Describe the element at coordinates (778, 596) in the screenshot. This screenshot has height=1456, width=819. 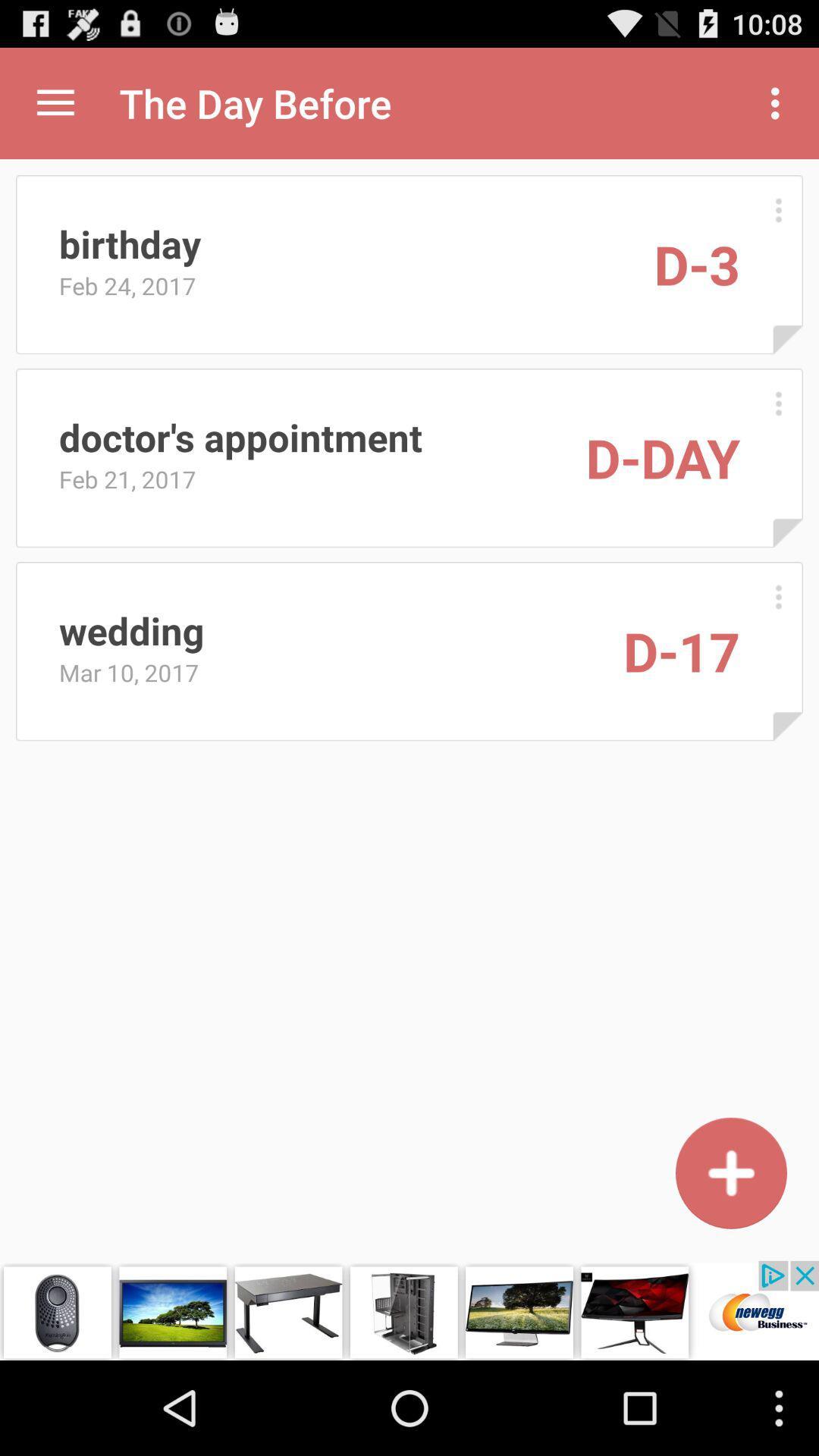
I see `open other actions for this record` at that location.